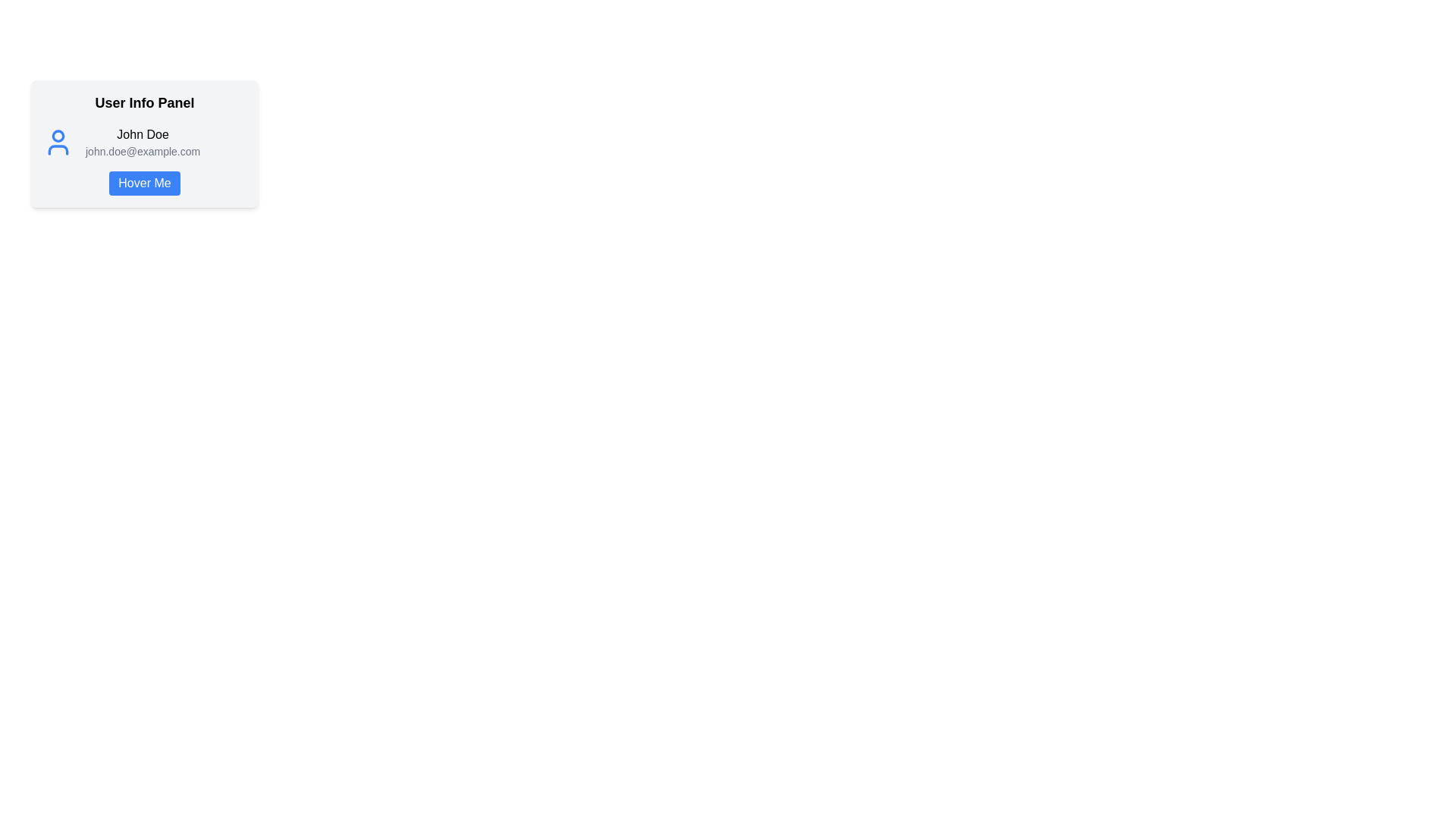  I want to click on the User information panel section that includes a blue icon representing a person, with the name 'John Doe' and email 'john.doe@example.com', located in the 'User Info Panel', so click(145, 143).